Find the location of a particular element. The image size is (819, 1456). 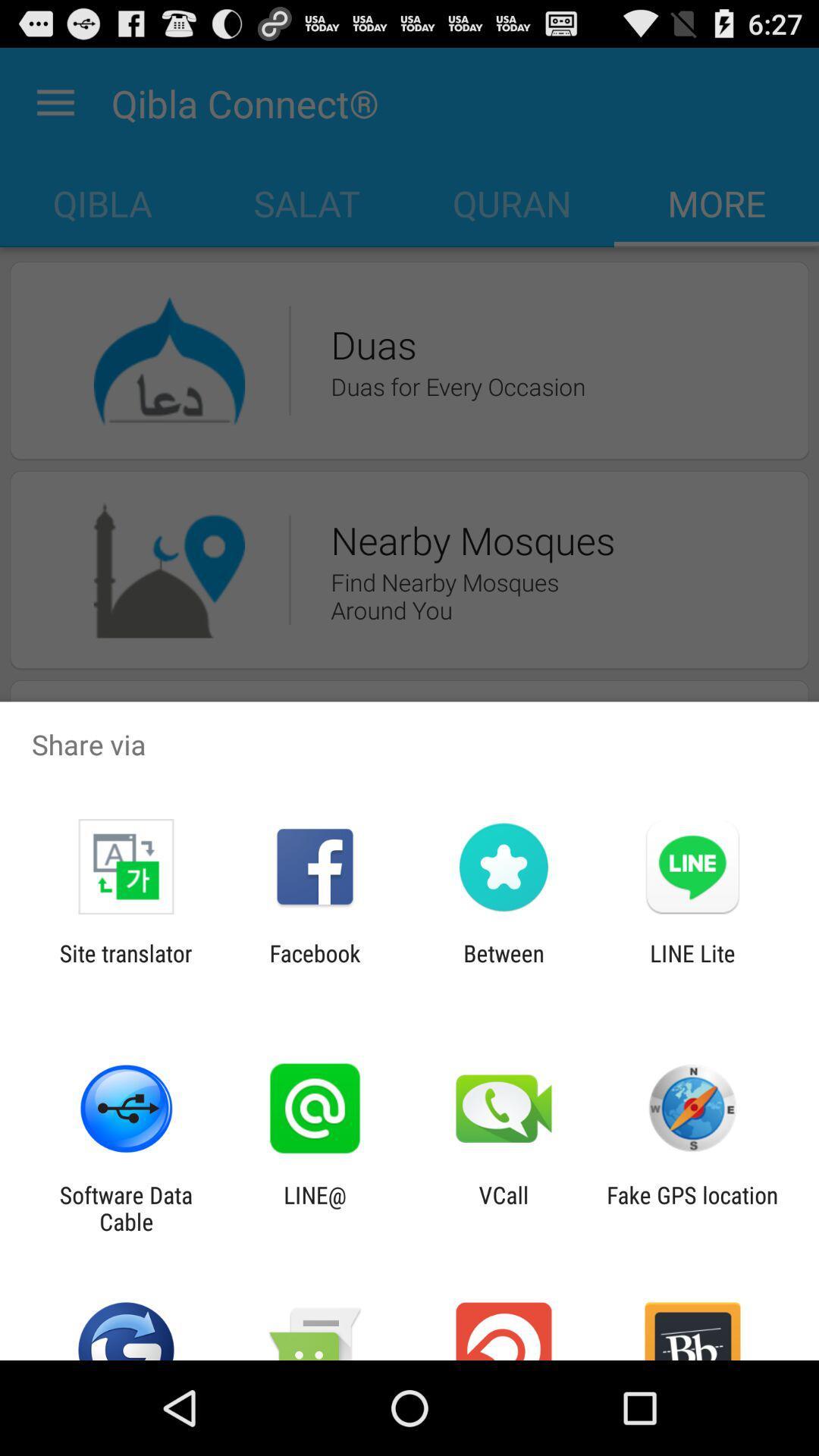

app next to fake gps location is located at coordinates (504, 1207).